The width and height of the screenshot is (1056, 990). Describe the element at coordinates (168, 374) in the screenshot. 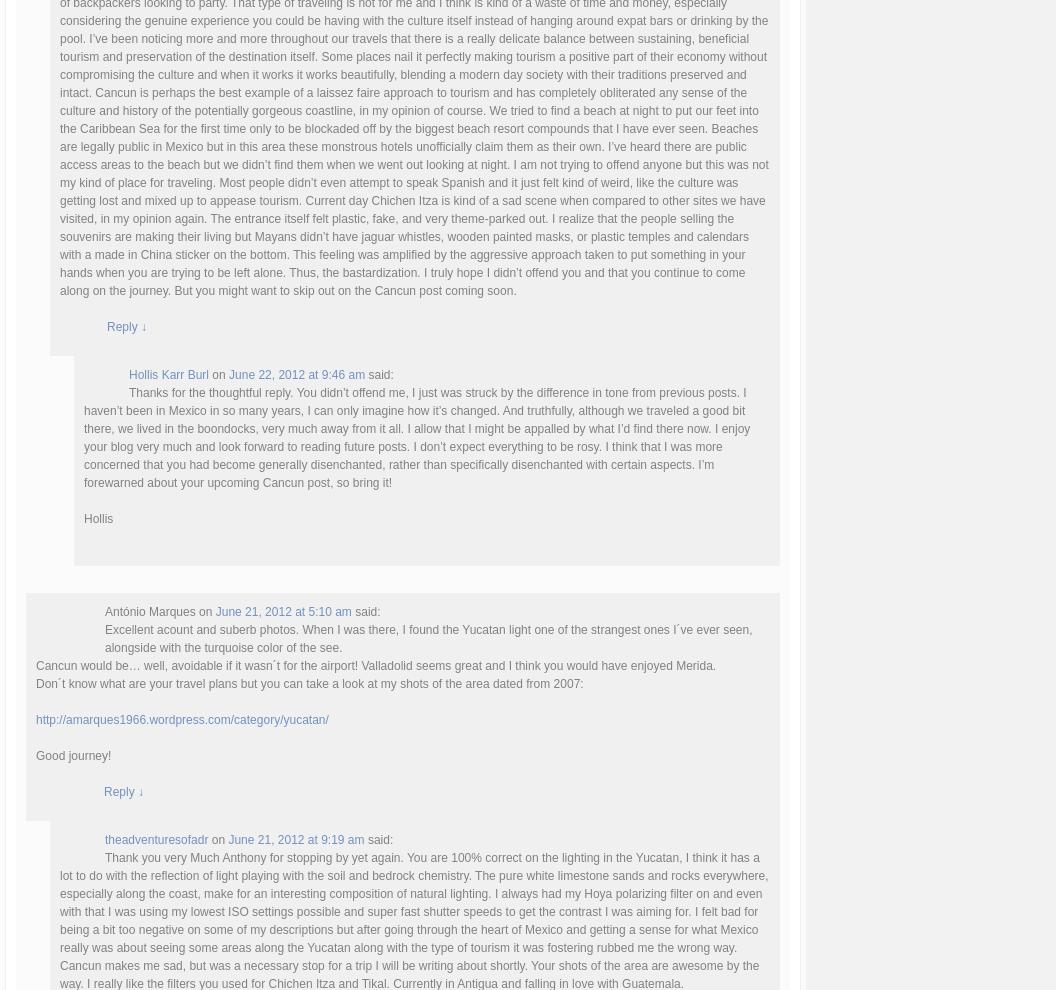

I see `'Hollis Karr Burl'` at that location.